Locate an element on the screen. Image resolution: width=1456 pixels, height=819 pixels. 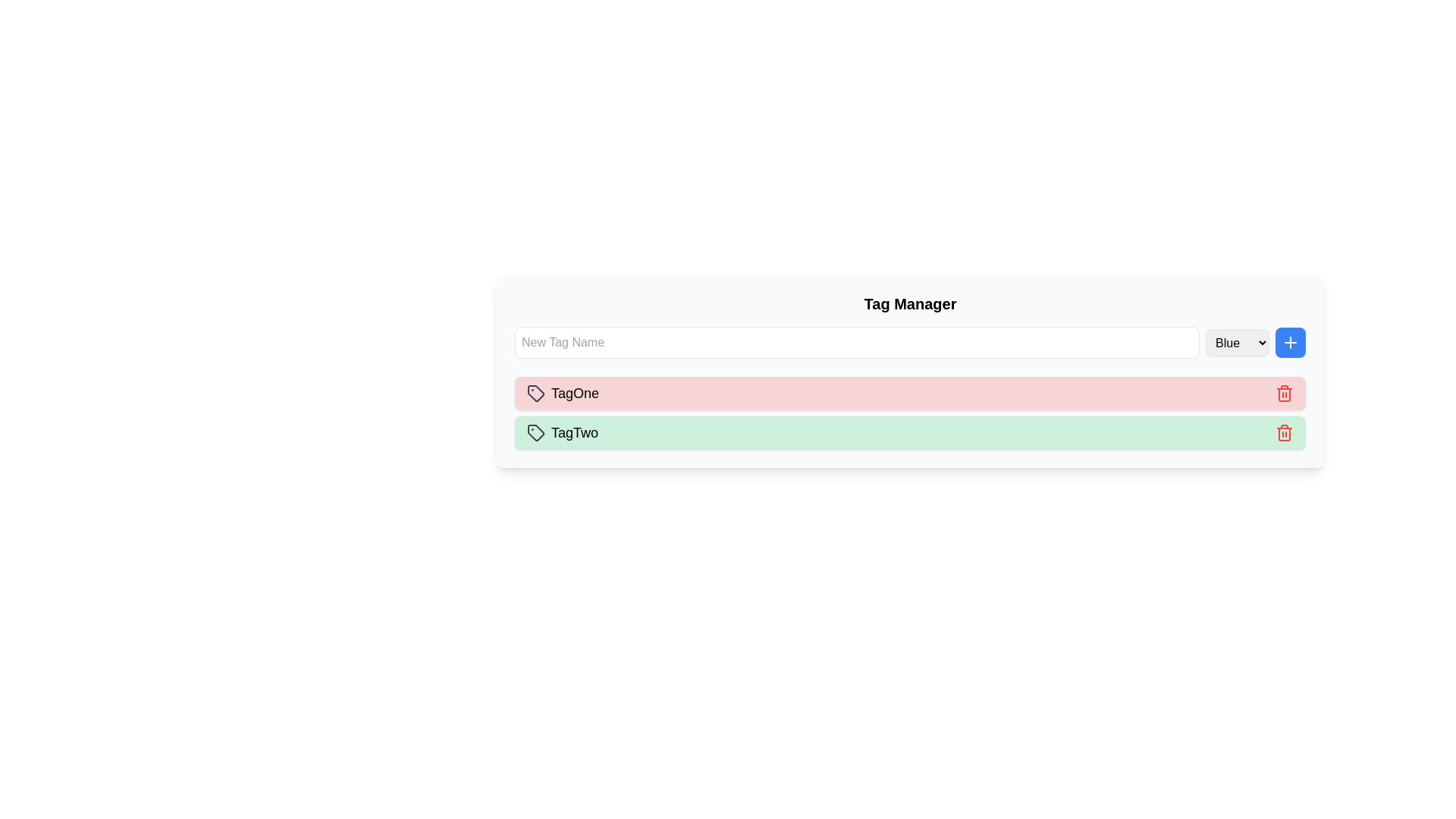
the tag icon located immediately to the left of the text labeled 'TagTwo', which features a polygonal outline and a circular cutout is located at coordinates (535, 432).